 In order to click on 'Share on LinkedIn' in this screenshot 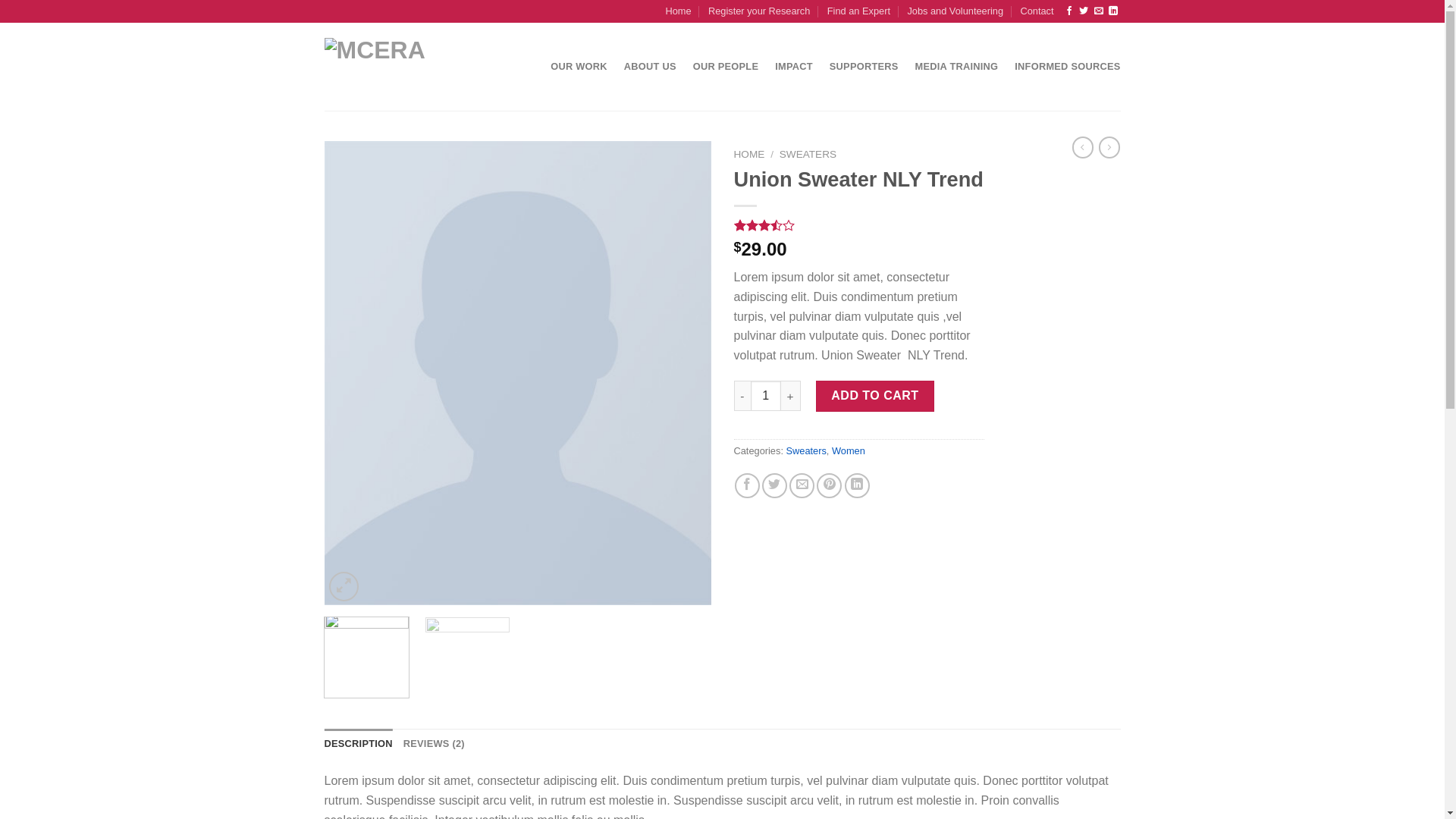, I will do `click(843, 485)`.